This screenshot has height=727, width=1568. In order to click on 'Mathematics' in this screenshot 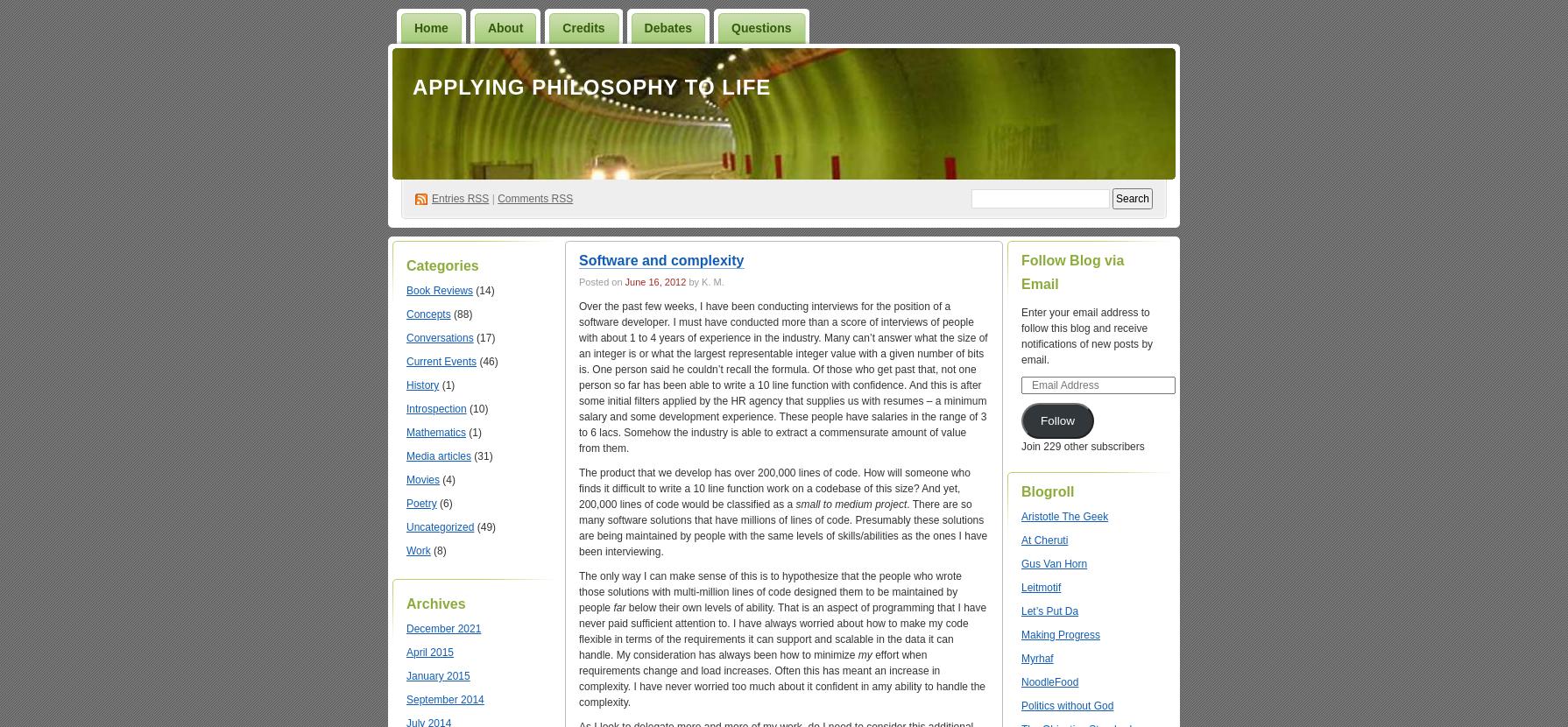, I will do `click(434, 432)`.